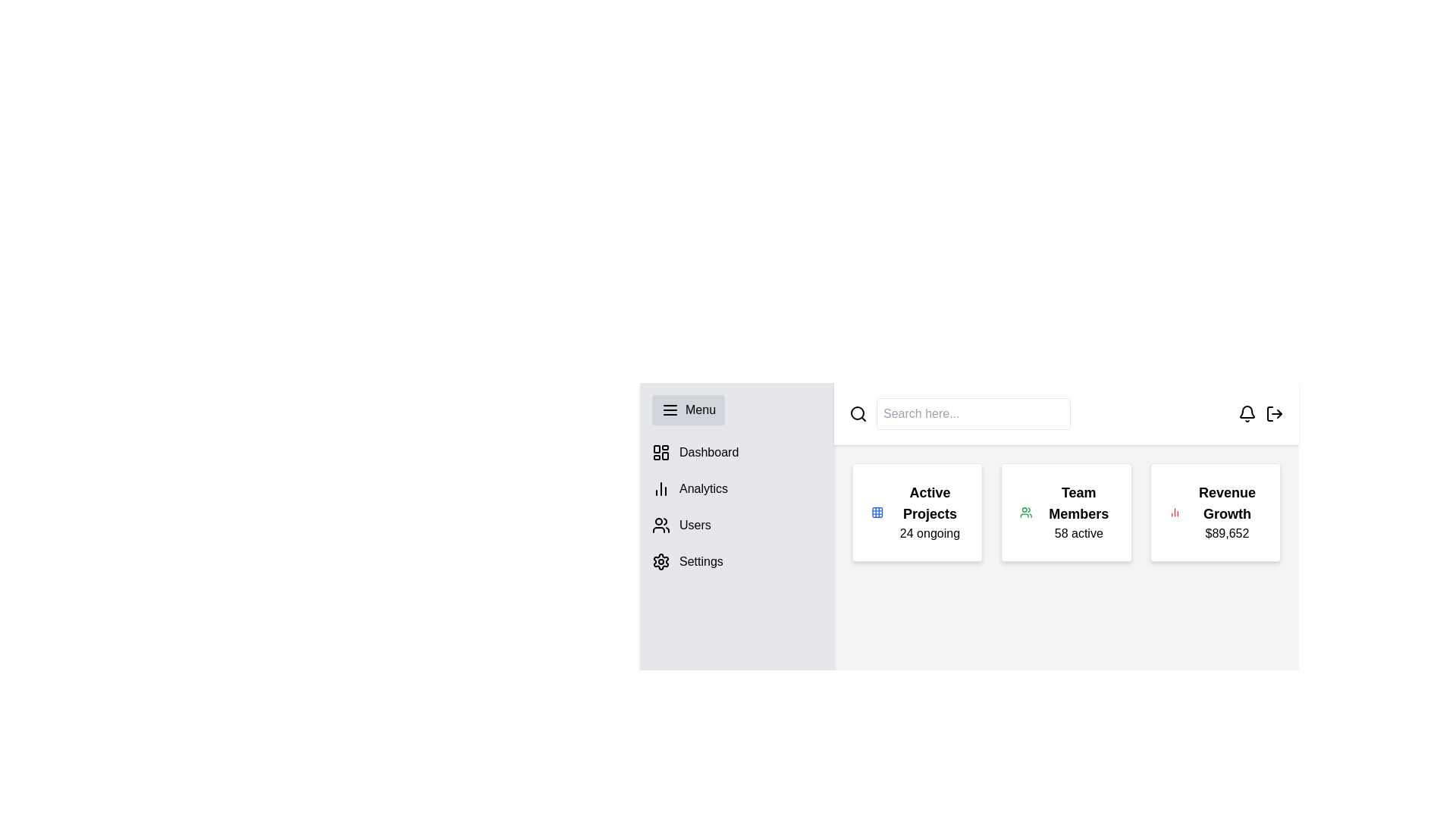 The image size is (1456, 819). What do you see at coordinates (929, 512) in the screenshot?
I see `informational text block displaying the current number of active projects ('24 ongoing') located in the first card section of the dashboard interface` at bounding box center [929, 512].